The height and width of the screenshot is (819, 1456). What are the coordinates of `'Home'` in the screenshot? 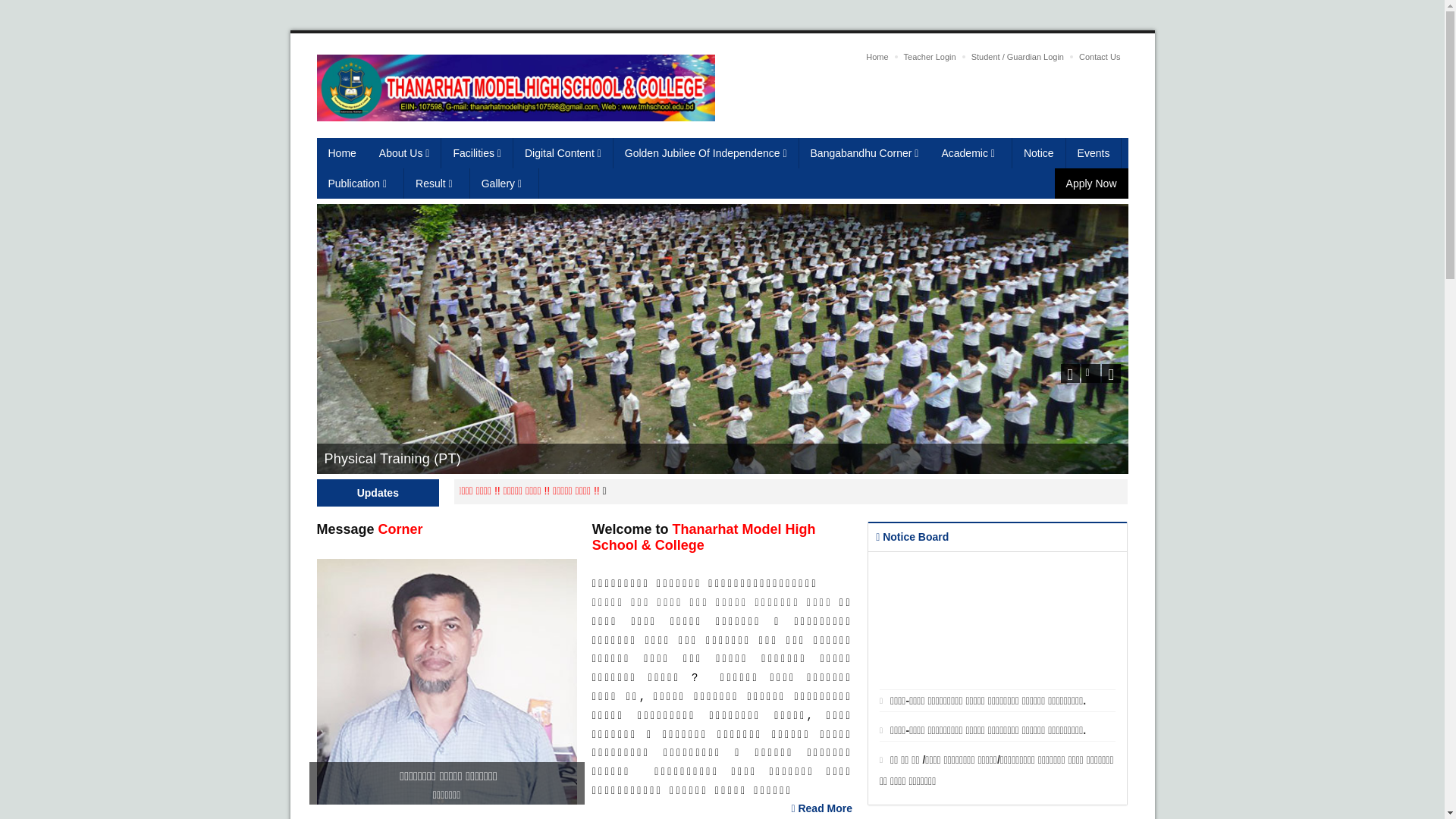 It's located at (315, 152).